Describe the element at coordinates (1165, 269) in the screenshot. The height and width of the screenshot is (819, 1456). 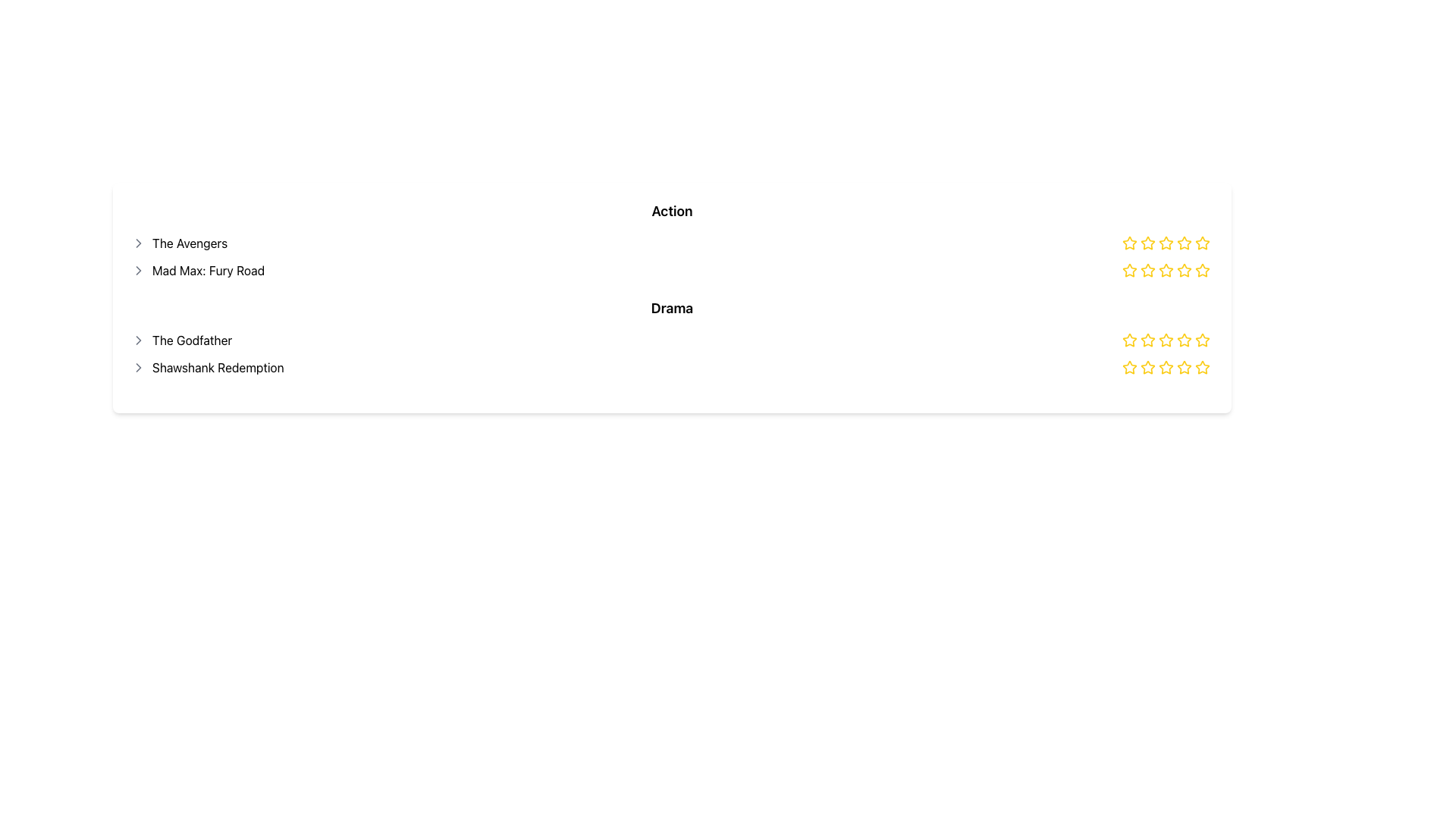
I see `the third star from the left in the rating section for the movie 'Mad Max: Fury Road', styled with a golden-yellow stroke` at that location.